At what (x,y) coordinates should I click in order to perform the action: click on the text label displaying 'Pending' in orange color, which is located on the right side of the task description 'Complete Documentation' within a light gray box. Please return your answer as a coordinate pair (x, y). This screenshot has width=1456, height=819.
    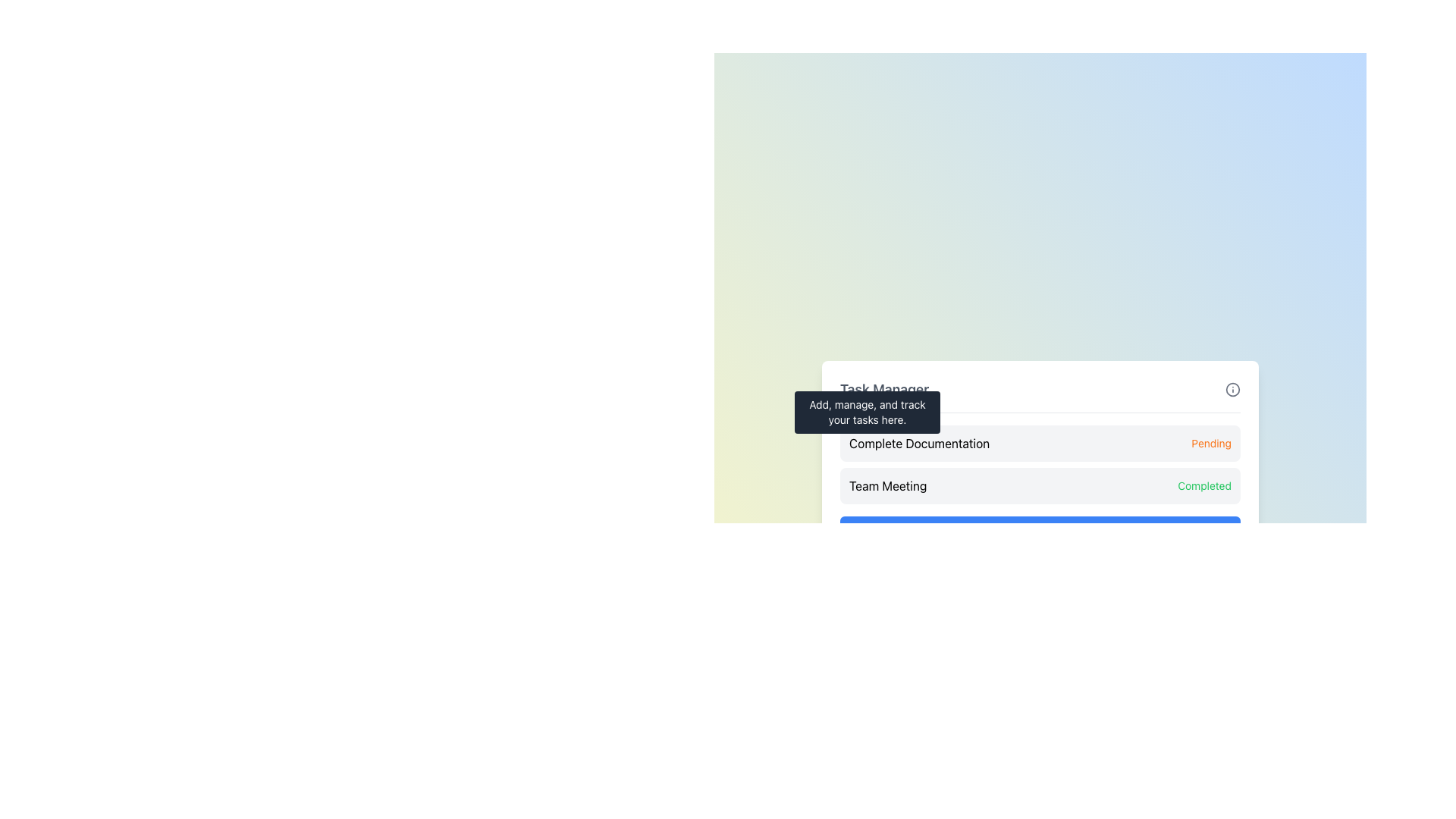
    Looking at the image, I should click on (1210, 443).